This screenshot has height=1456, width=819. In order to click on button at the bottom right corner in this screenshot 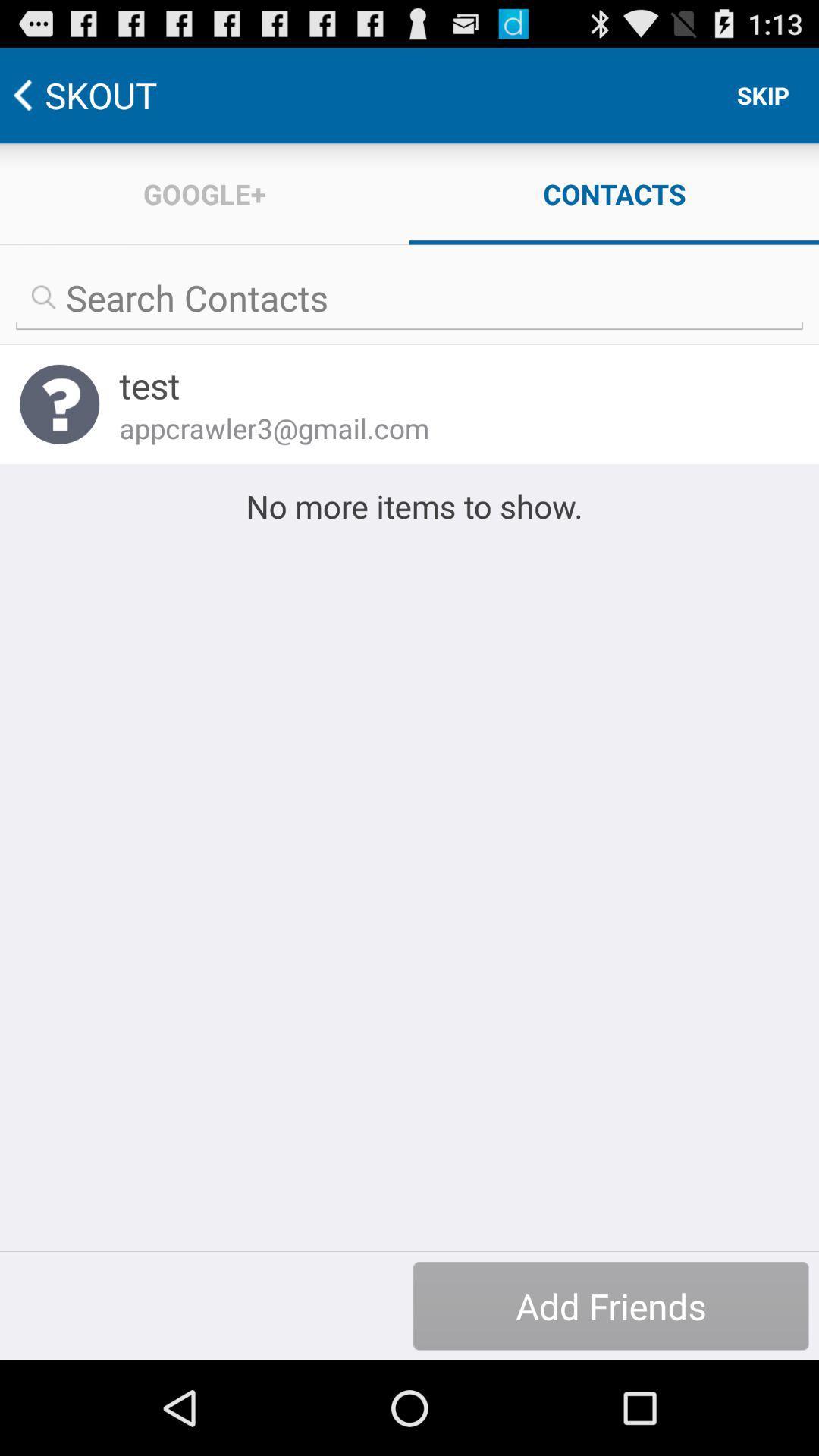, I will do `click(610, 1305)`.